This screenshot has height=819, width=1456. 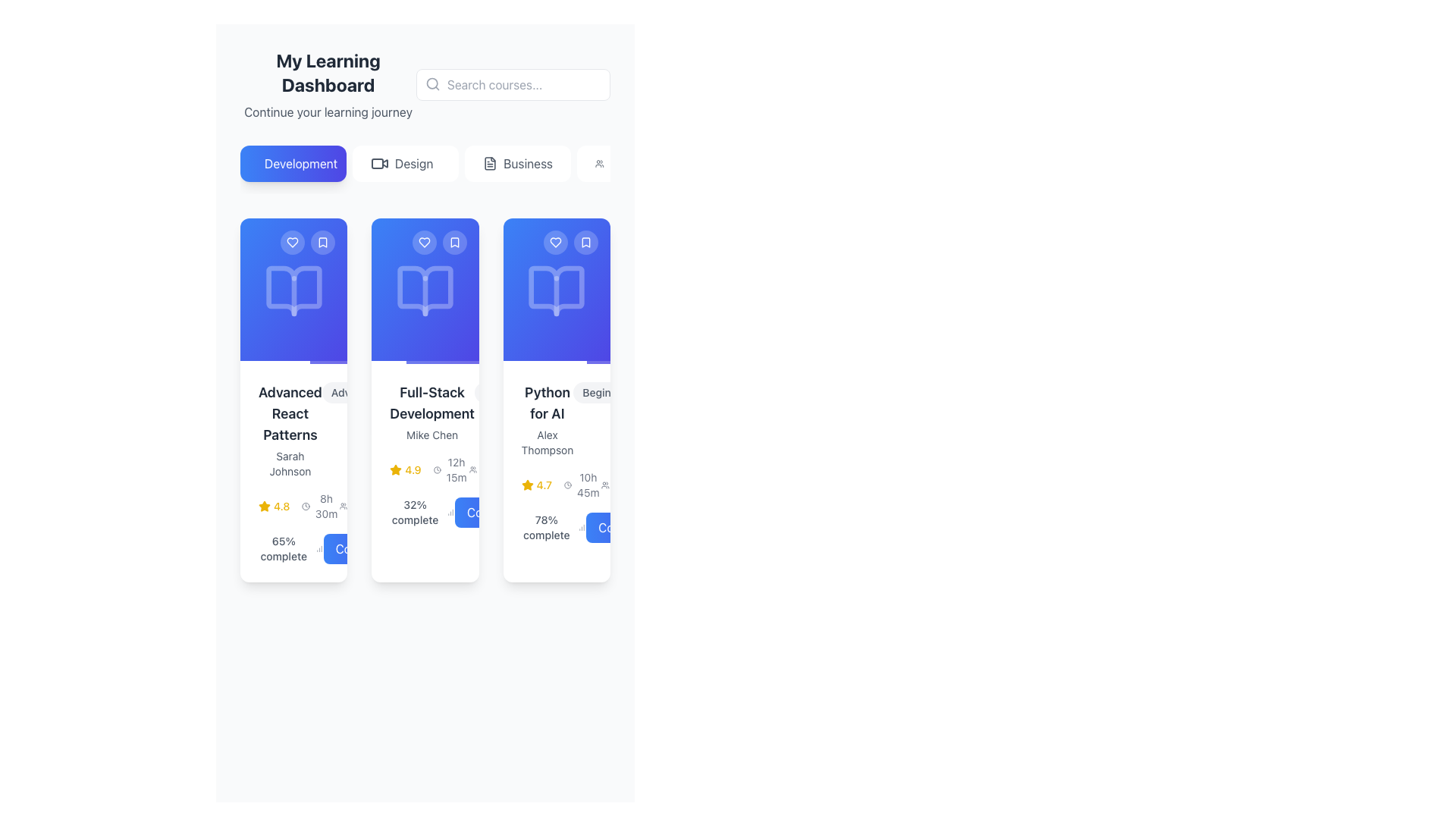 I want to click on the rating value represented by the bright yellow star icon for the 'Full-Stack Development' course, located at the bottom section of the course card, so click(x=396, y=469).